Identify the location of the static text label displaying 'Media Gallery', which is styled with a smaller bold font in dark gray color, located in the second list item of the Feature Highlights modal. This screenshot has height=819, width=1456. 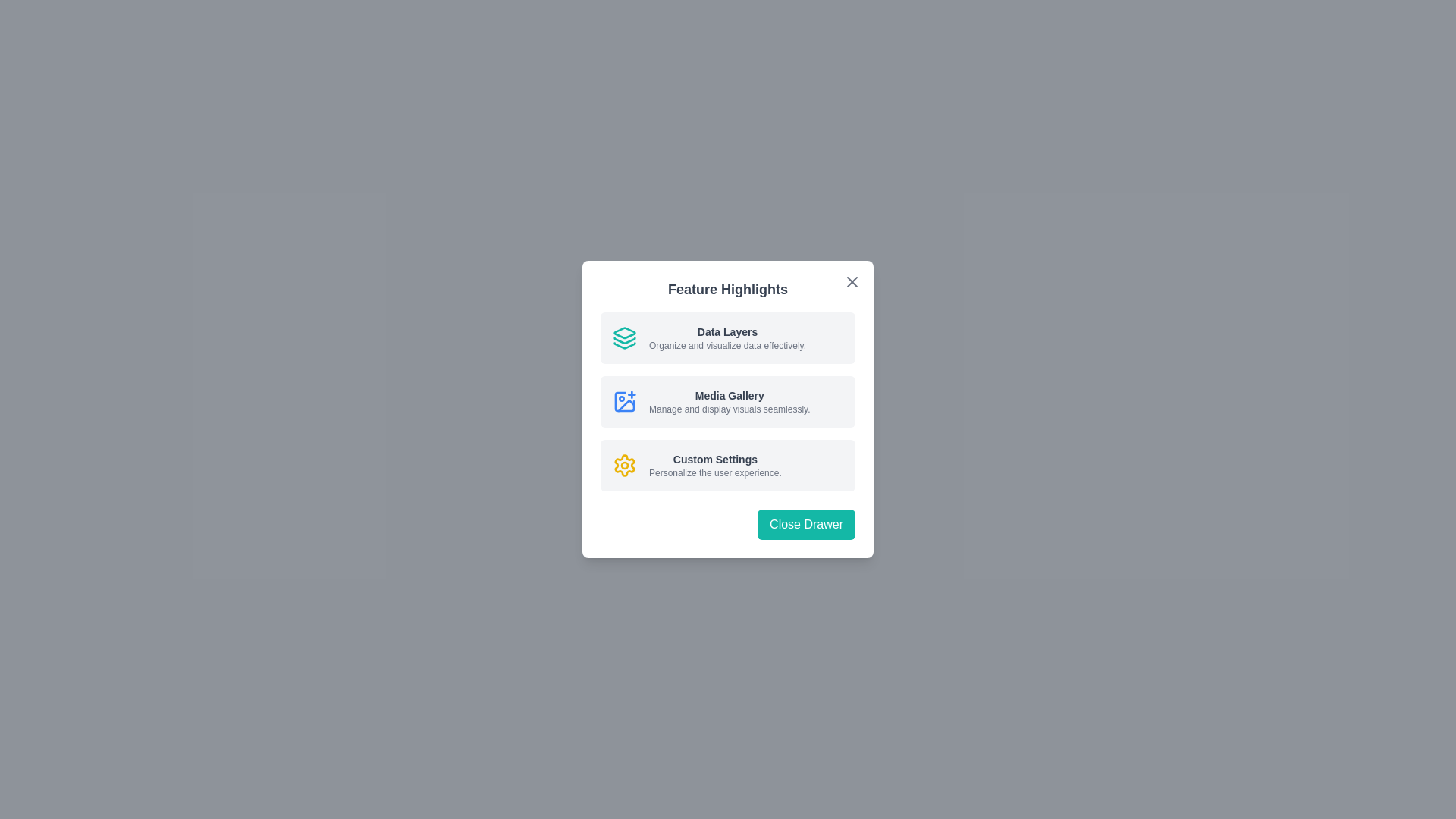
(730, 394).